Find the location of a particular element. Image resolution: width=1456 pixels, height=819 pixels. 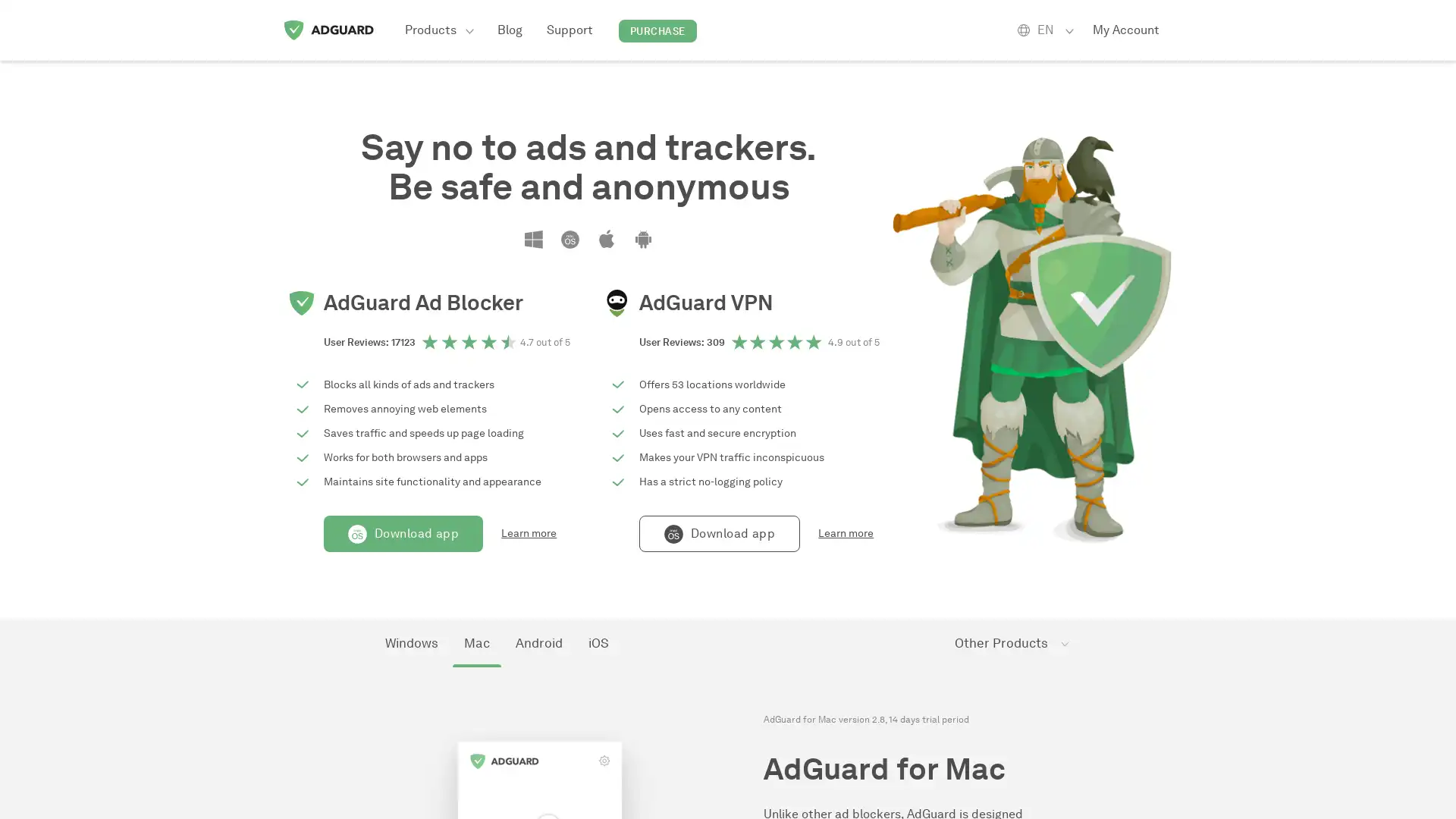

Download app is located at coordinates (403, 533).